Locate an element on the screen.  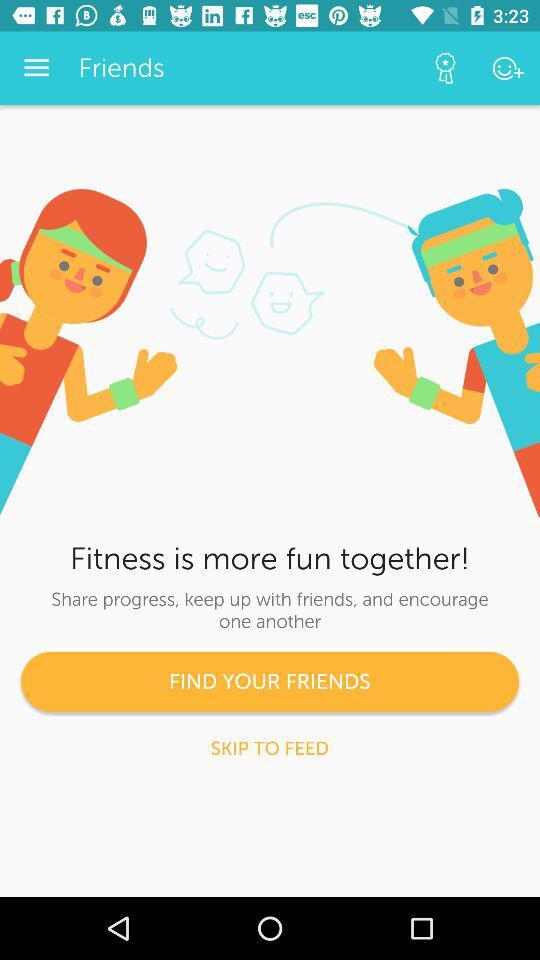
icon to the left of the friends icon is located at coordinates (36, 68).